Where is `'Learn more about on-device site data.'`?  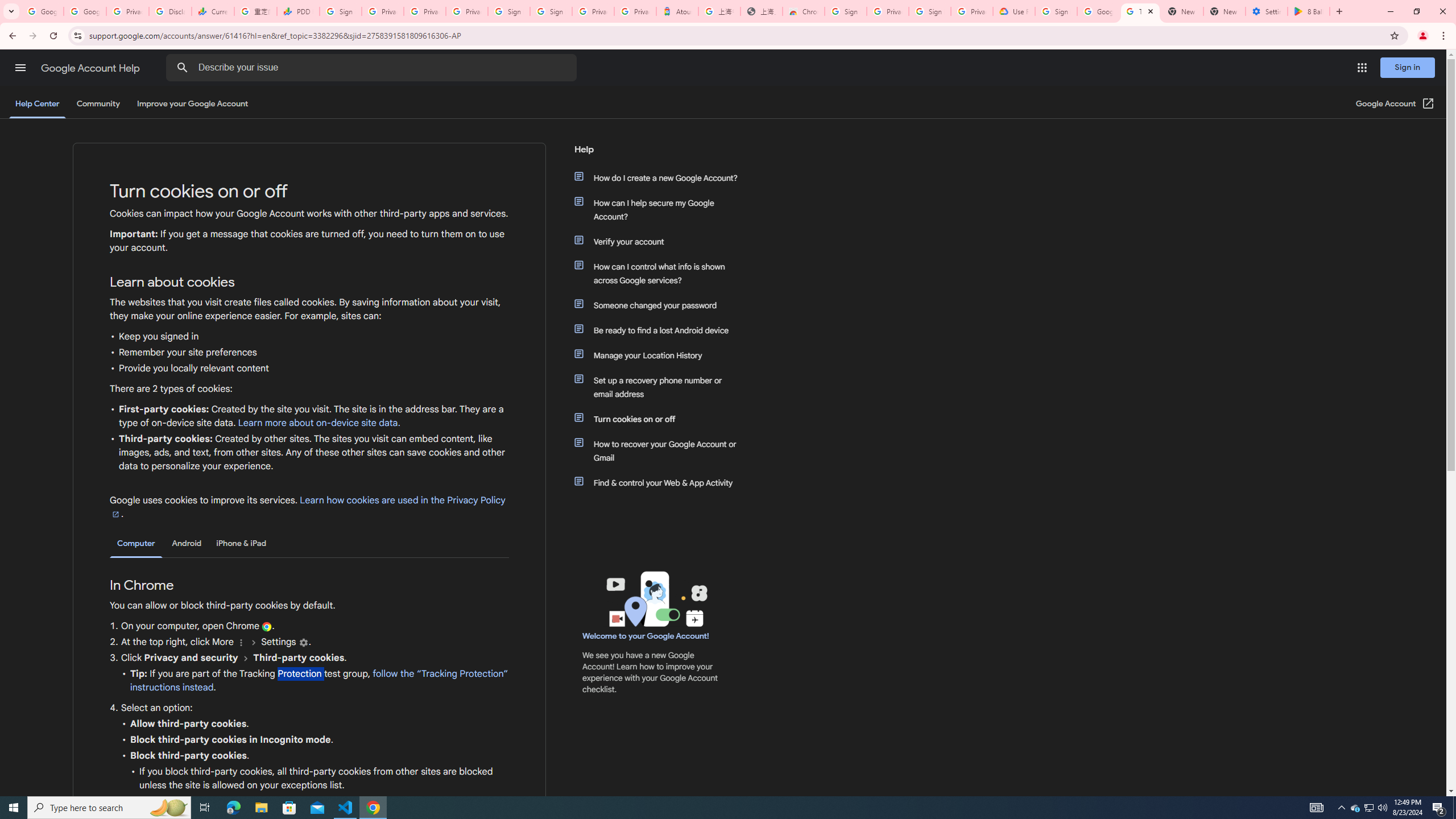 'Learn more about on-device site data.' is located at coordinates (318, 423).